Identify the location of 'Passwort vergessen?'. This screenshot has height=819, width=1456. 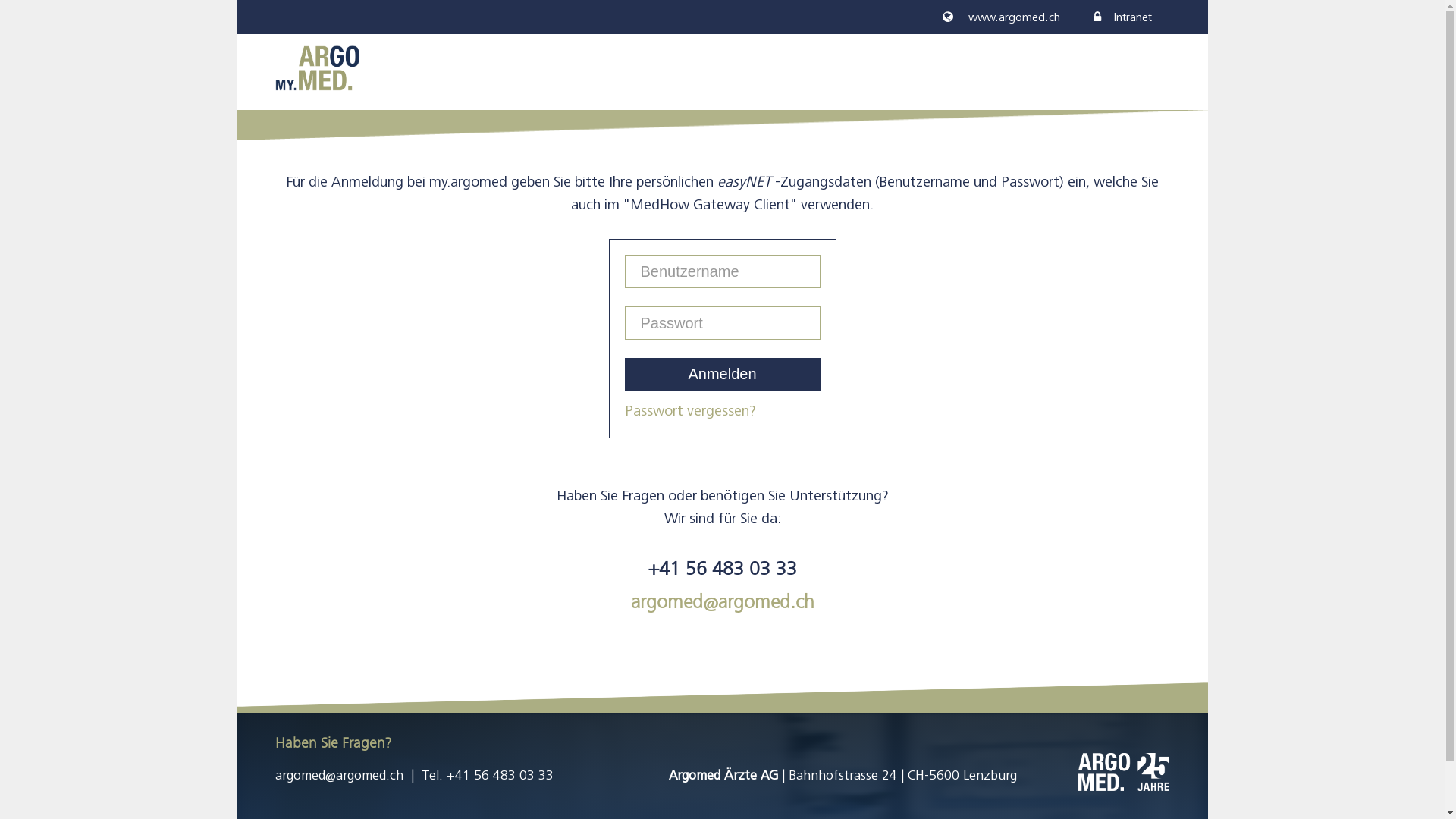
(689, 410).